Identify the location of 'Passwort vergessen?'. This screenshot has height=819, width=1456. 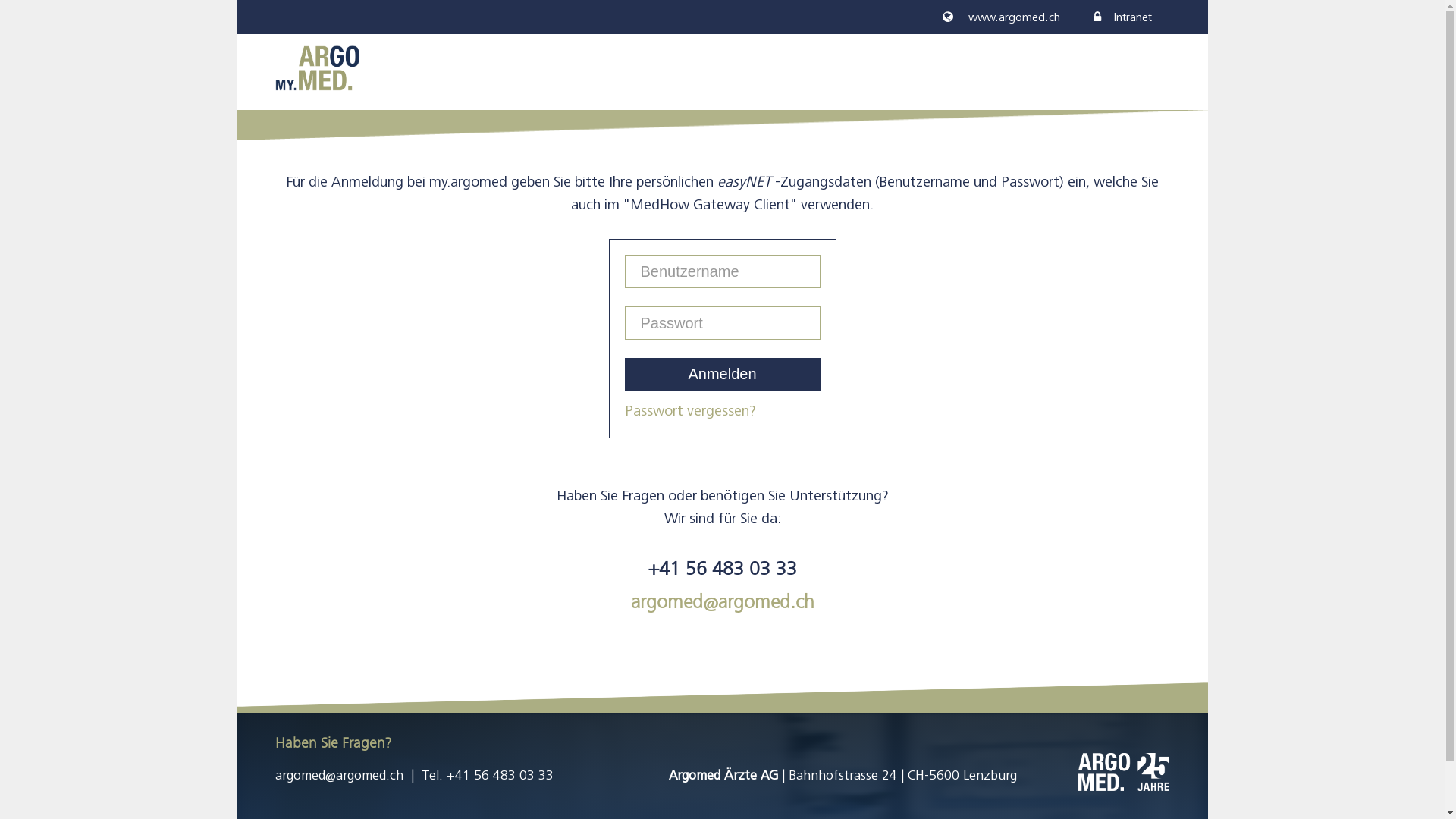
(689, 410).